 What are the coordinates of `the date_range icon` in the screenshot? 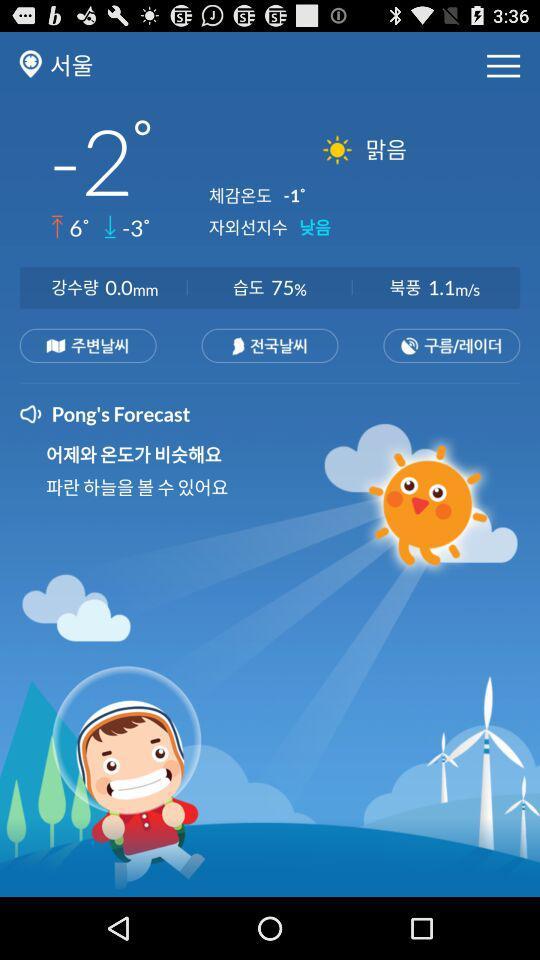 It's located at (451, 368).